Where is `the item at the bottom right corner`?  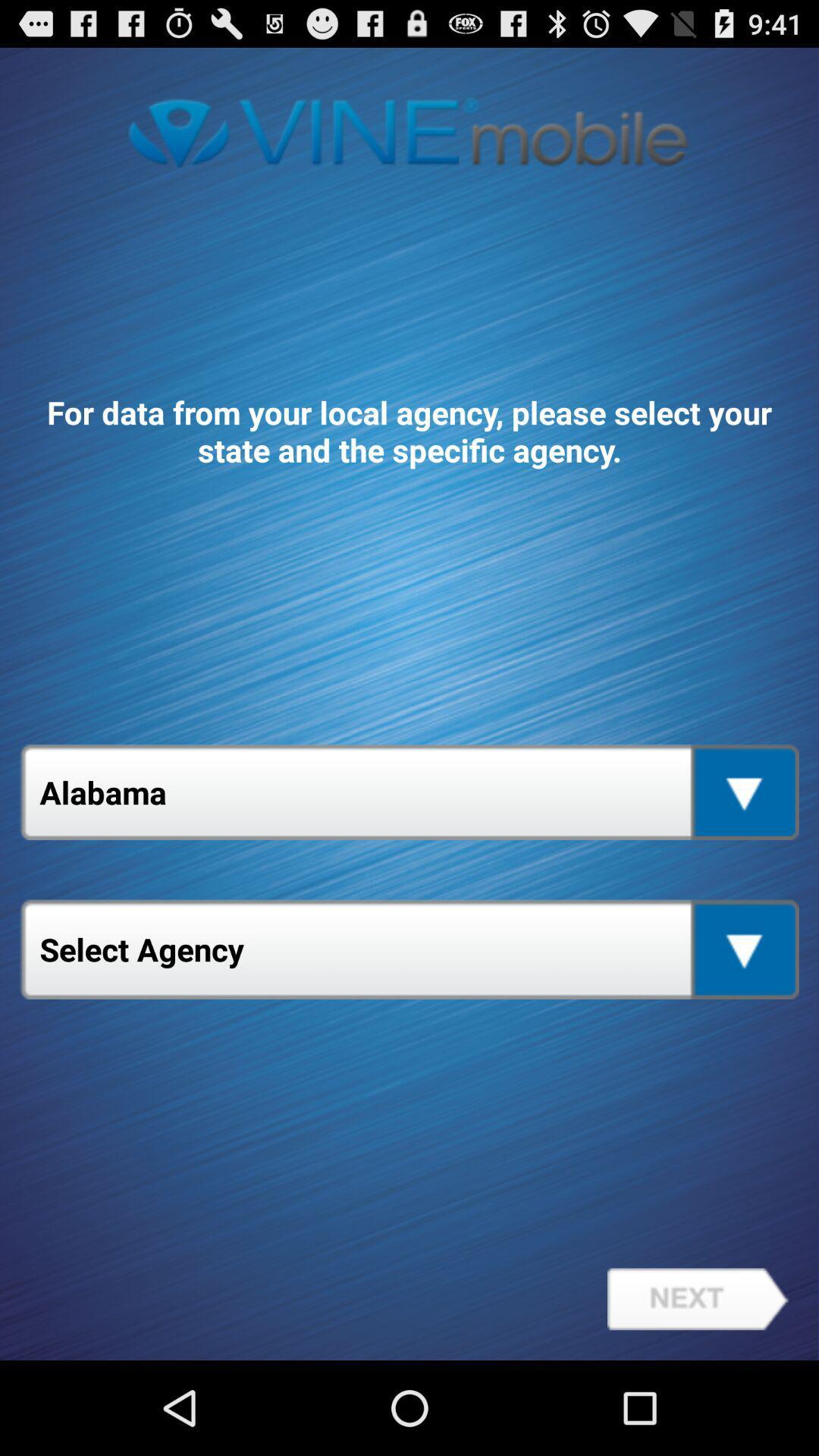
the item at the bottom right corner is located at coordinates (698, 1298).